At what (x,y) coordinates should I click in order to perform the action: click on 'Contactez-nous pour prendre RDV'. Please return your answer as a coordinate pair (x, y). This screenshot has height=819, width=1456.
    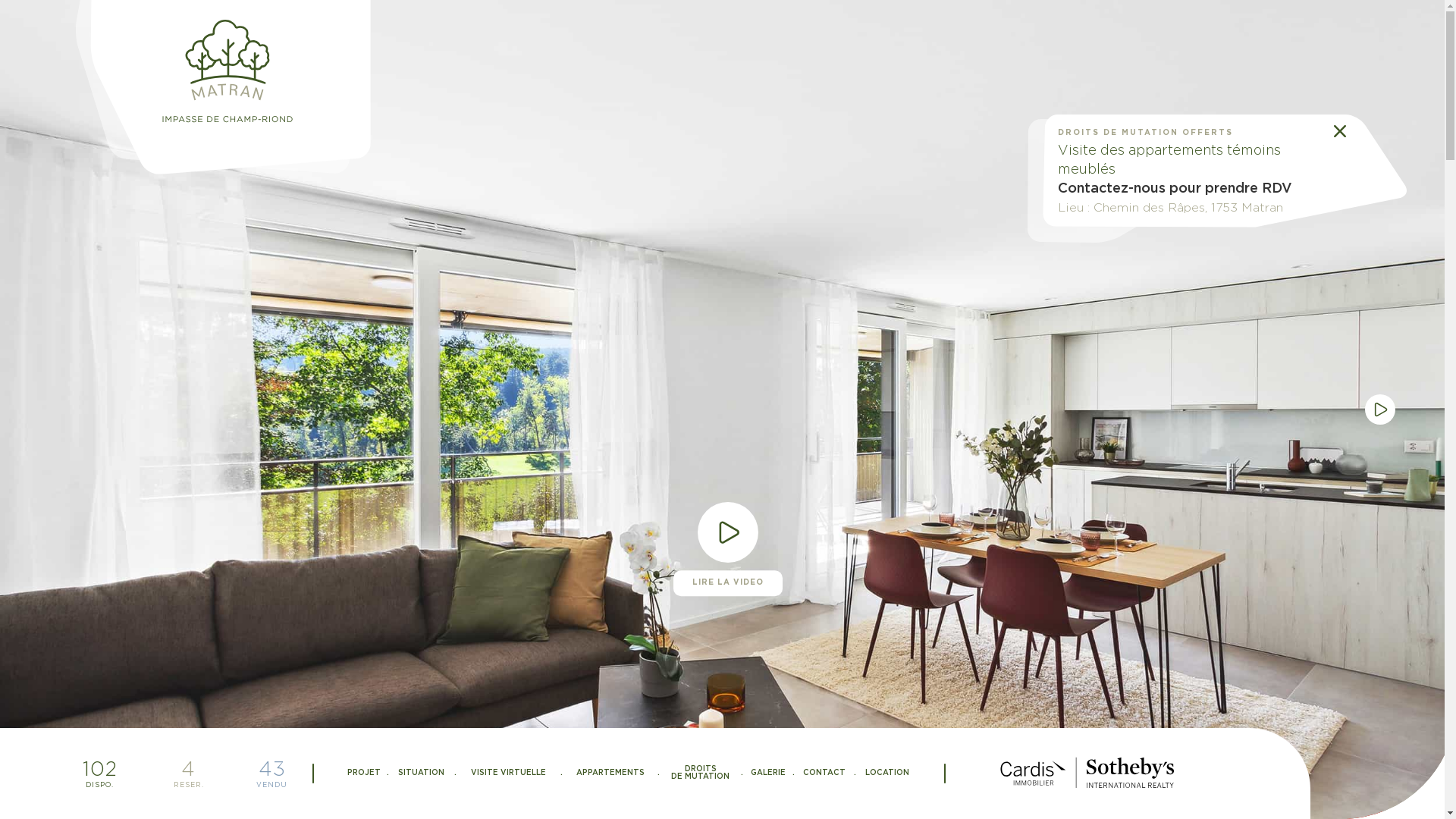
    Looking at the image, I should click on (1174, 188).